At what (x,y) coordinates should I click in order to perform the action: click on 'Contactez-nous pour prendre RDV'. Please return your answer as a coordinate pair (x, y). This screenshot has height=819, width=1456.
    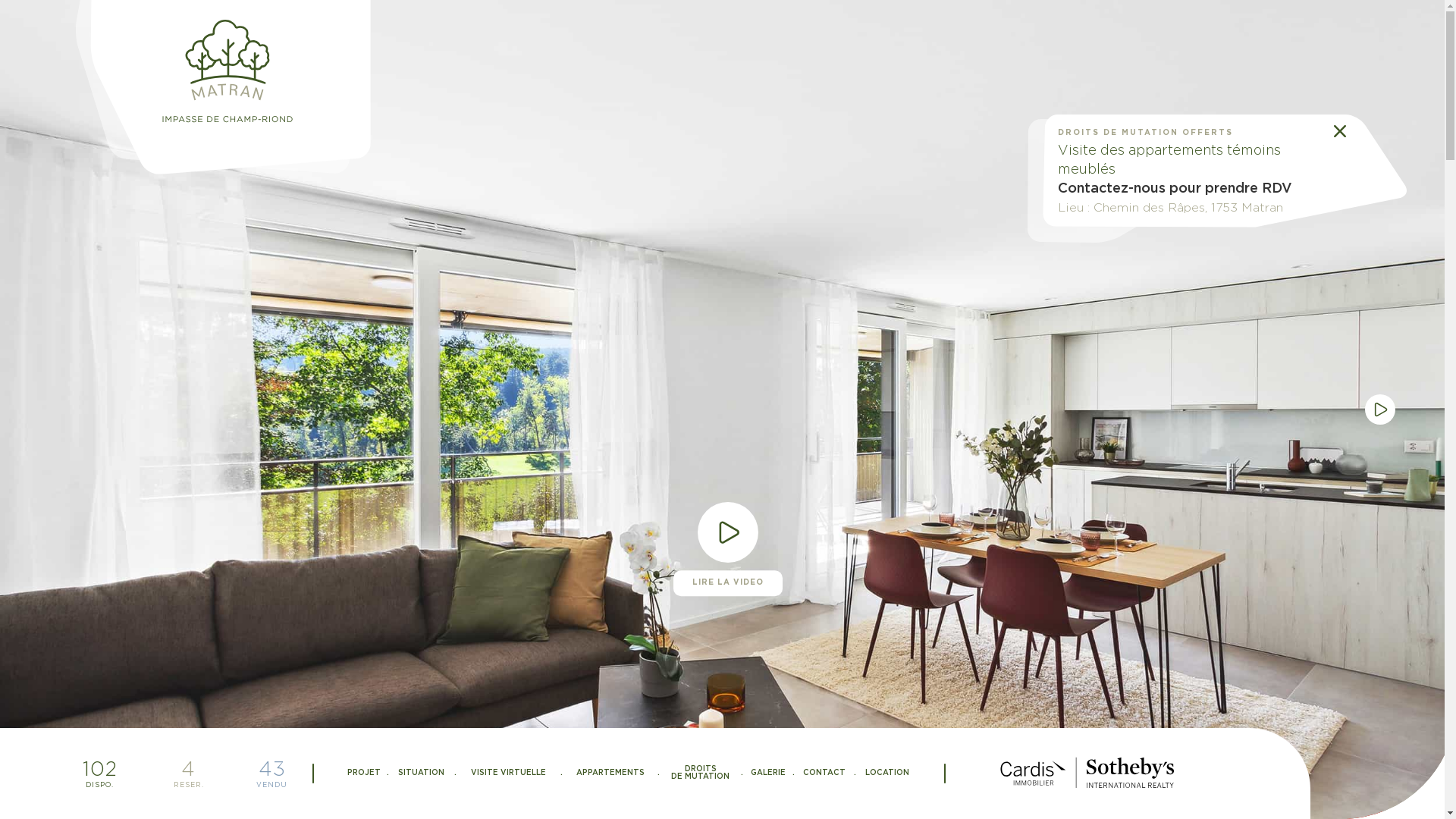
    Looking at the image, I should click on (1174, 188).